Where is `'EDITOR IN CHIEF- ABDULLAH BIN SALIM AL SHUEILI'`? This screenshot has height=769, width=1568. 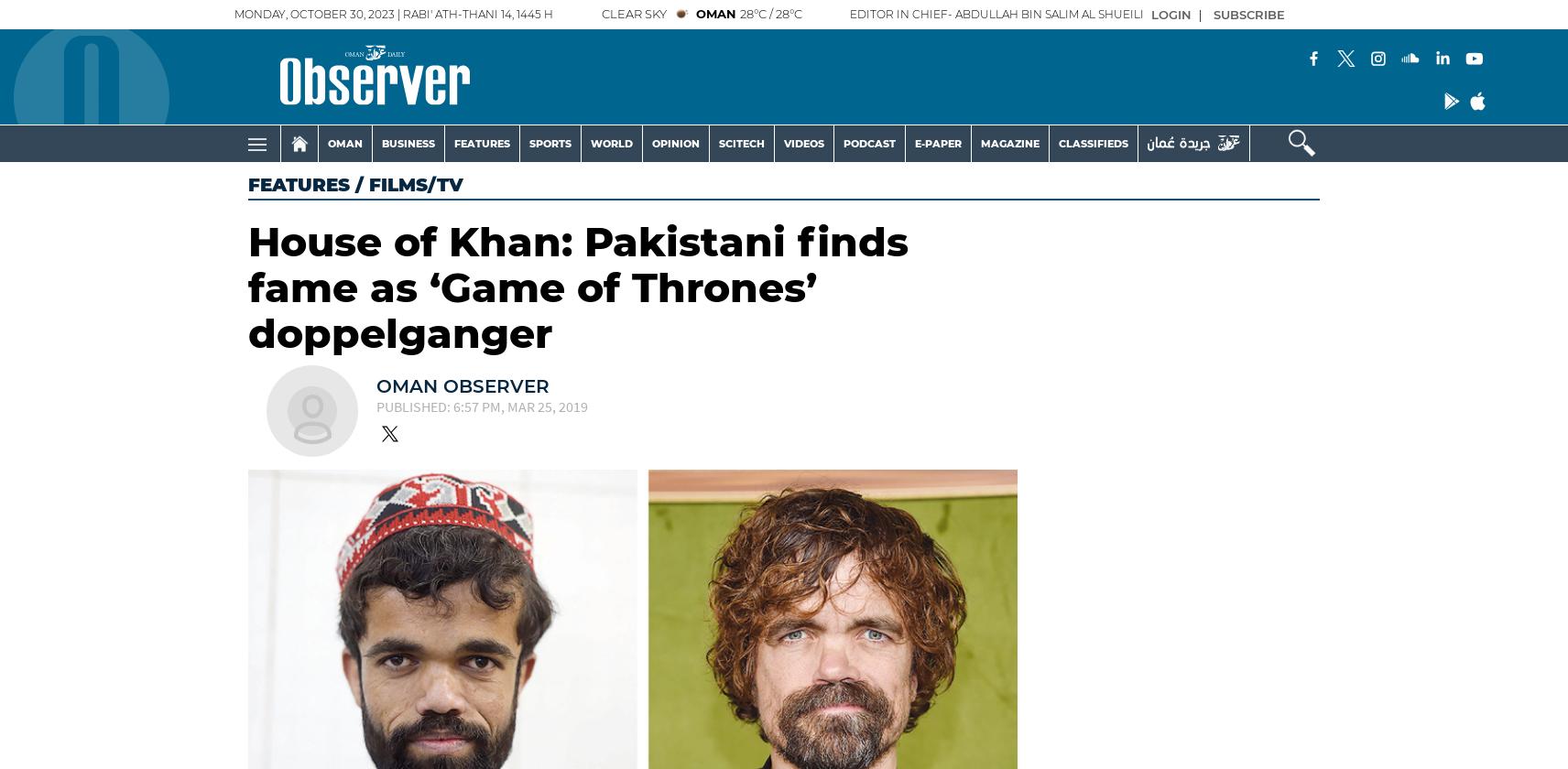
'EDITOR IN CHIEF- ABDULLAH BIN SALIM AL SHUEILI' is located at coordinates (996, 14).